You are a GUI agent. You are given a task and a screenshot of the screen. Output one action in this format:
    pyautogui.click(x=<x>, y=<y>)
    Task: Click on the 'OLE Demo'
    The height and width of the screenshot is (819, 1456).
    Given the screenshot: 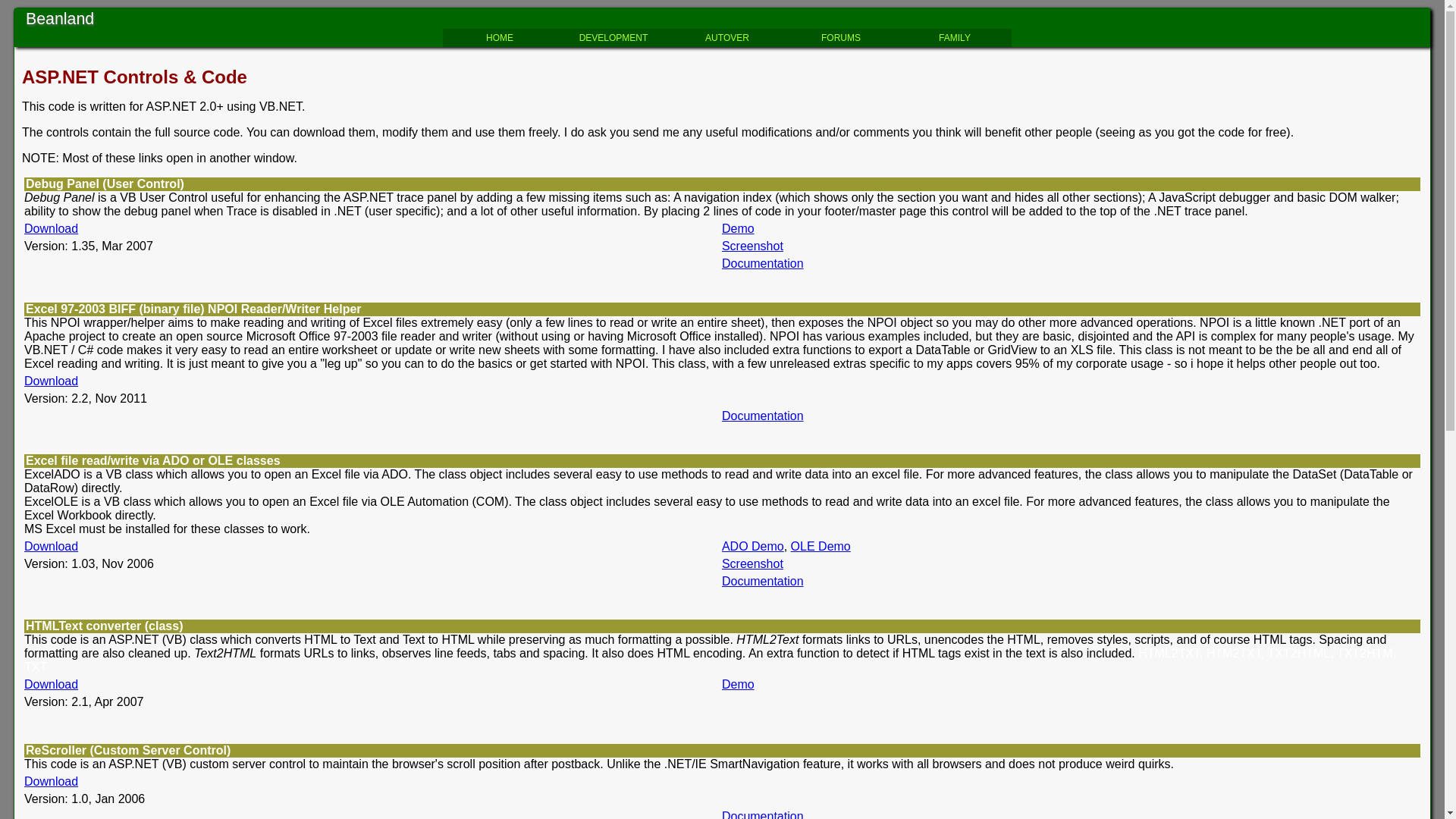 What is the action you would take?
    pyautogui.click(x=820, y=546)
    